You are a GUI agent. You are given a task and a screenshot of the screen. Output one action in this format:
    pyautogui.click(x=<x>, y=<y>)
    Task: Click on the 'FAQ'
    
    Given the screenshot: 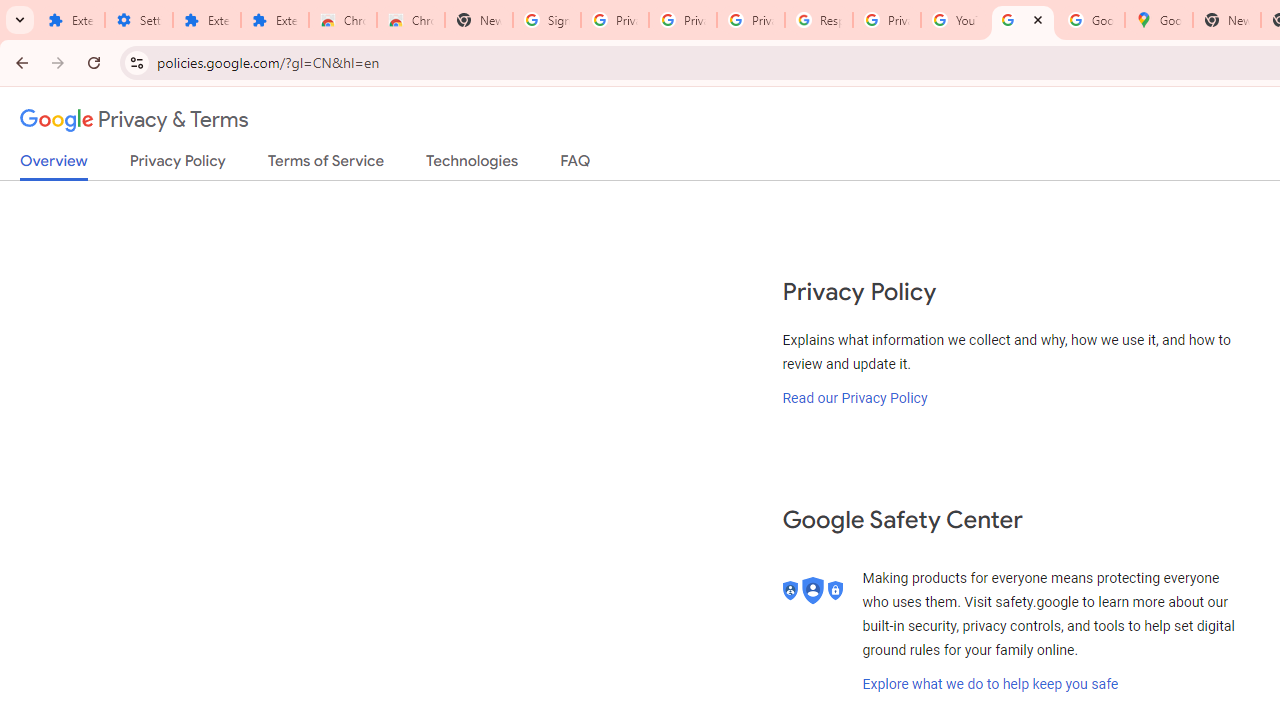 What is the action you would take?
    pyautogui.click(x=575, y=164)
    